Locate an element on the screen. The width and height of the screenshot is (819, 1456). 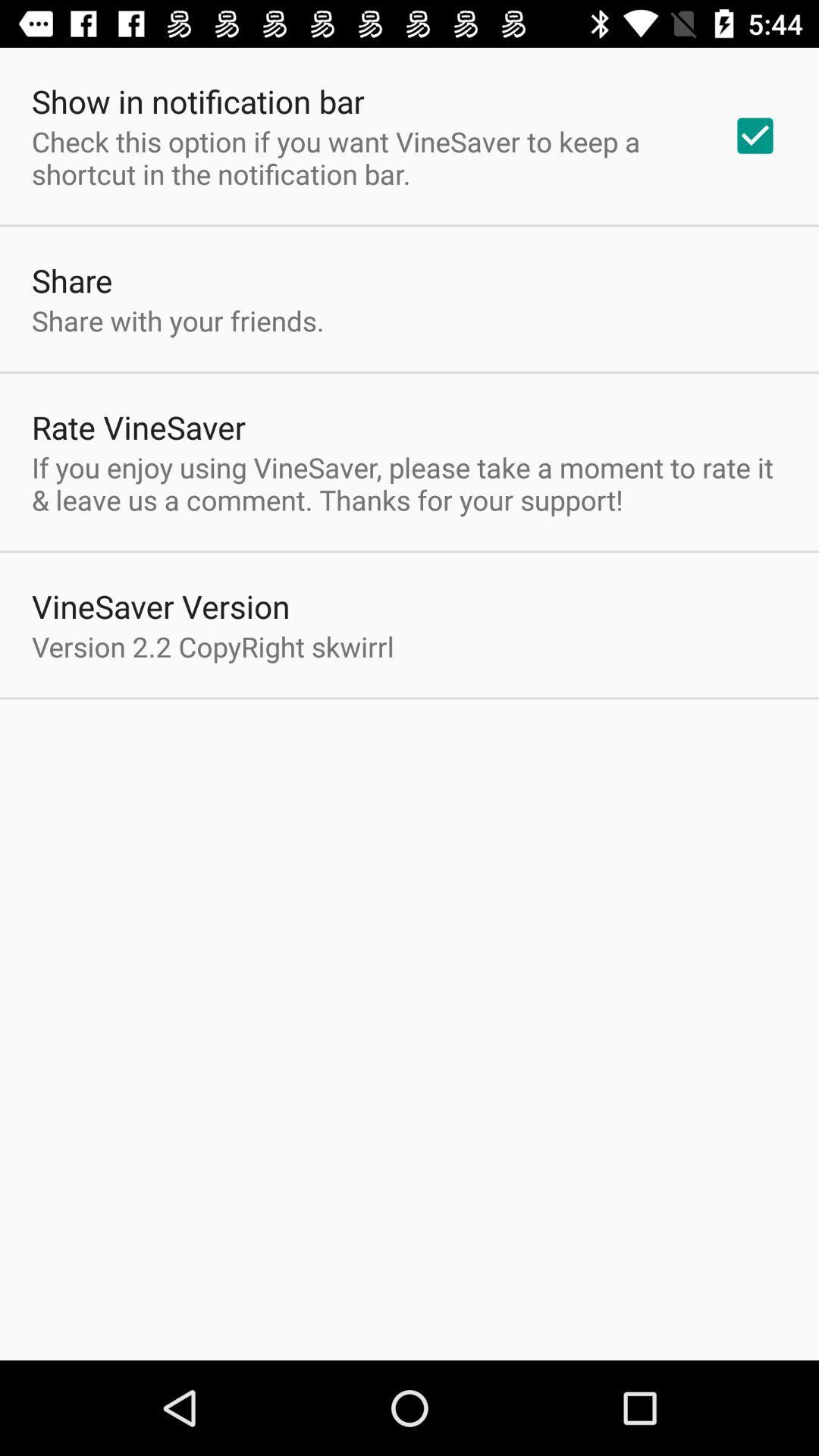
the app to the right of check this option is located at coordinates (755, 136).